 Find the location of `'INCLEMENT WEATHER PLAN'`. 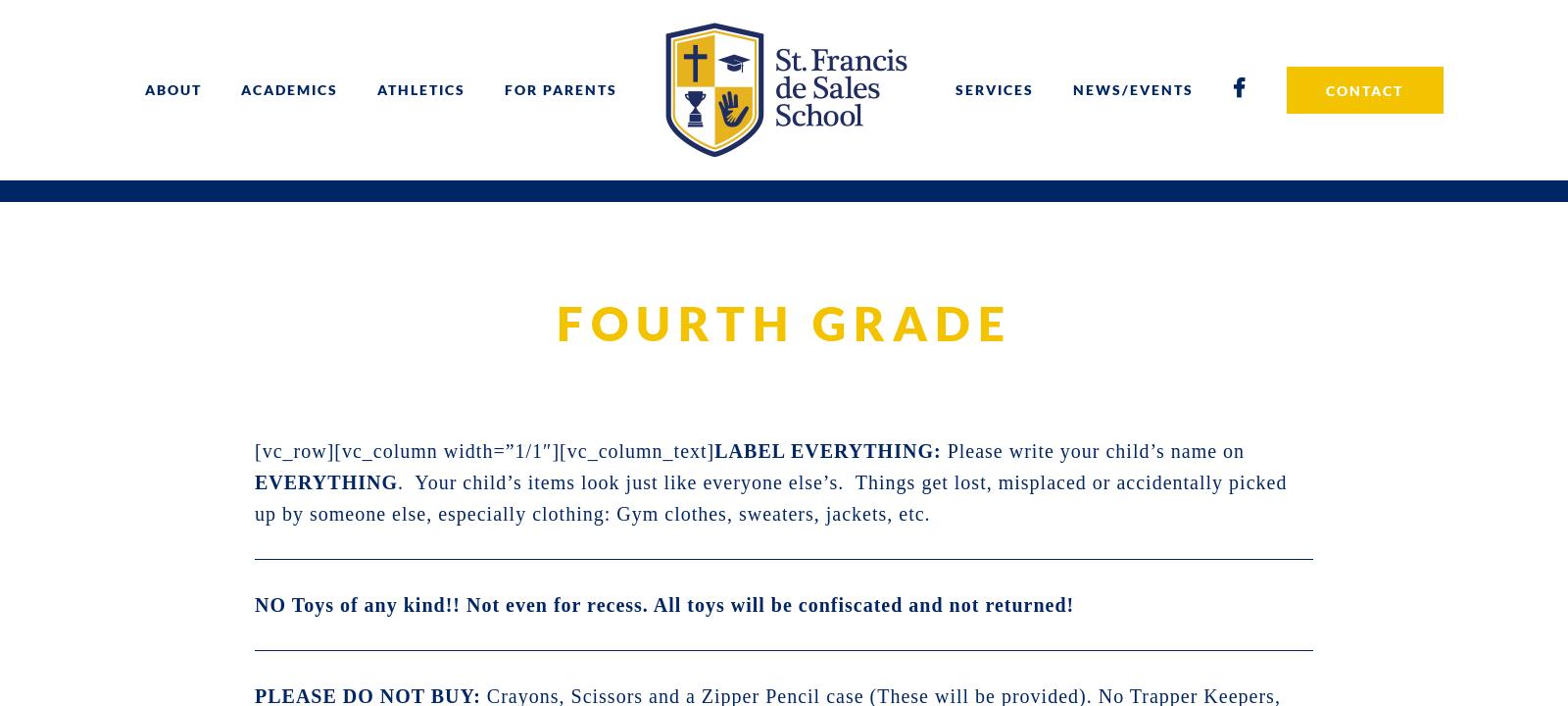

'INCLEMENT WEATHER PLAN' is located at coordinates (694, 225).